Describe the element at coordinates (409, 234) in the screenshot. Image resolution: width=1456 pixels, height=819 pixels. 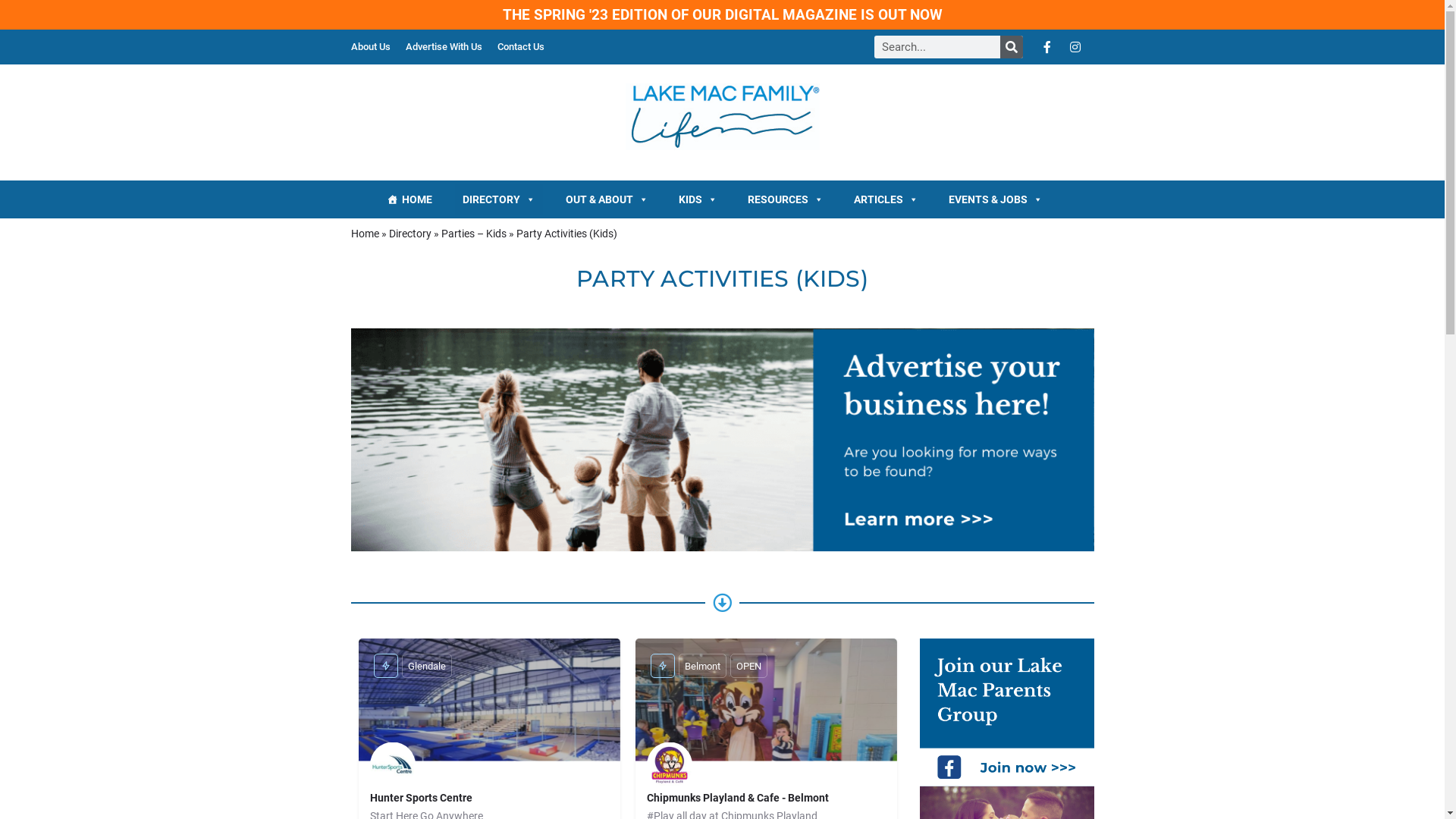
I see `'Directory'` at that location.